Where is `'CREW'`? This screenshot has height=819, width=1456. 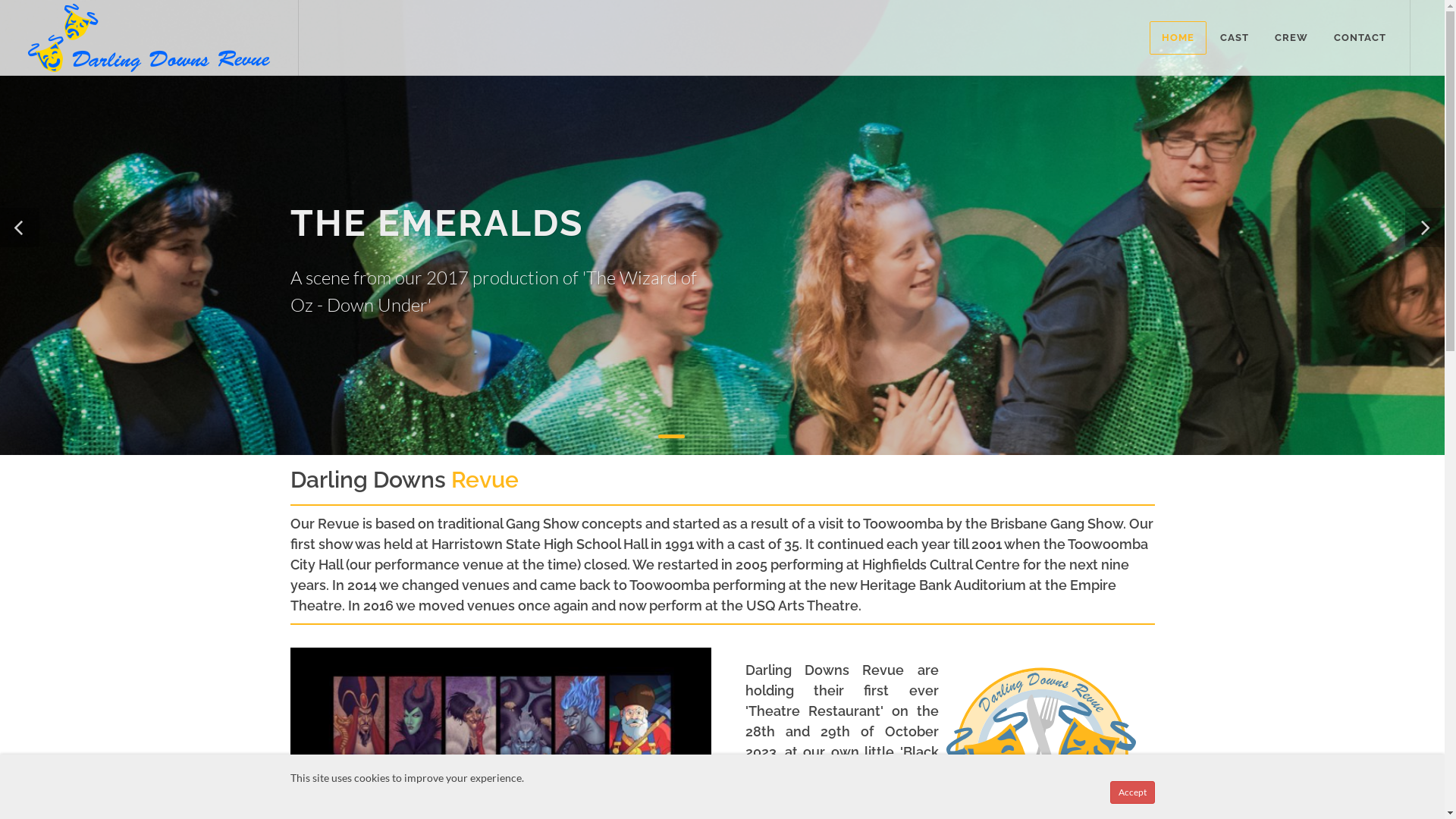 'CREW' is located at coordinates (1291, 37).